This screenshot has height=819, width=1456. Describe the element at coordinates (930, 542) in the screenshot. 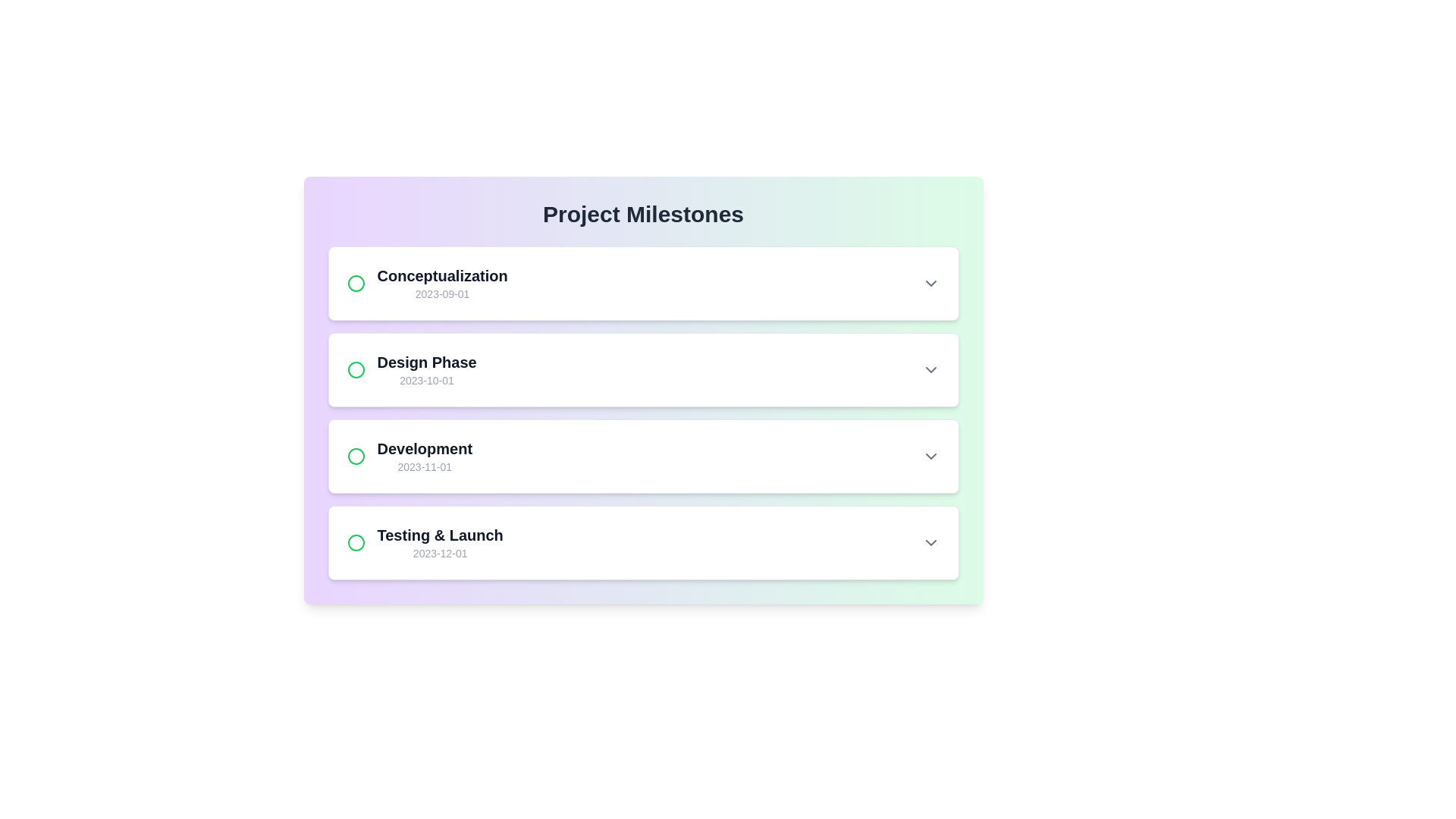

I see `the downward-facing chevron toggle icon located at the far-right side of the 'Testing & Launch 2023-12-01' item for visual feedback` at that location.